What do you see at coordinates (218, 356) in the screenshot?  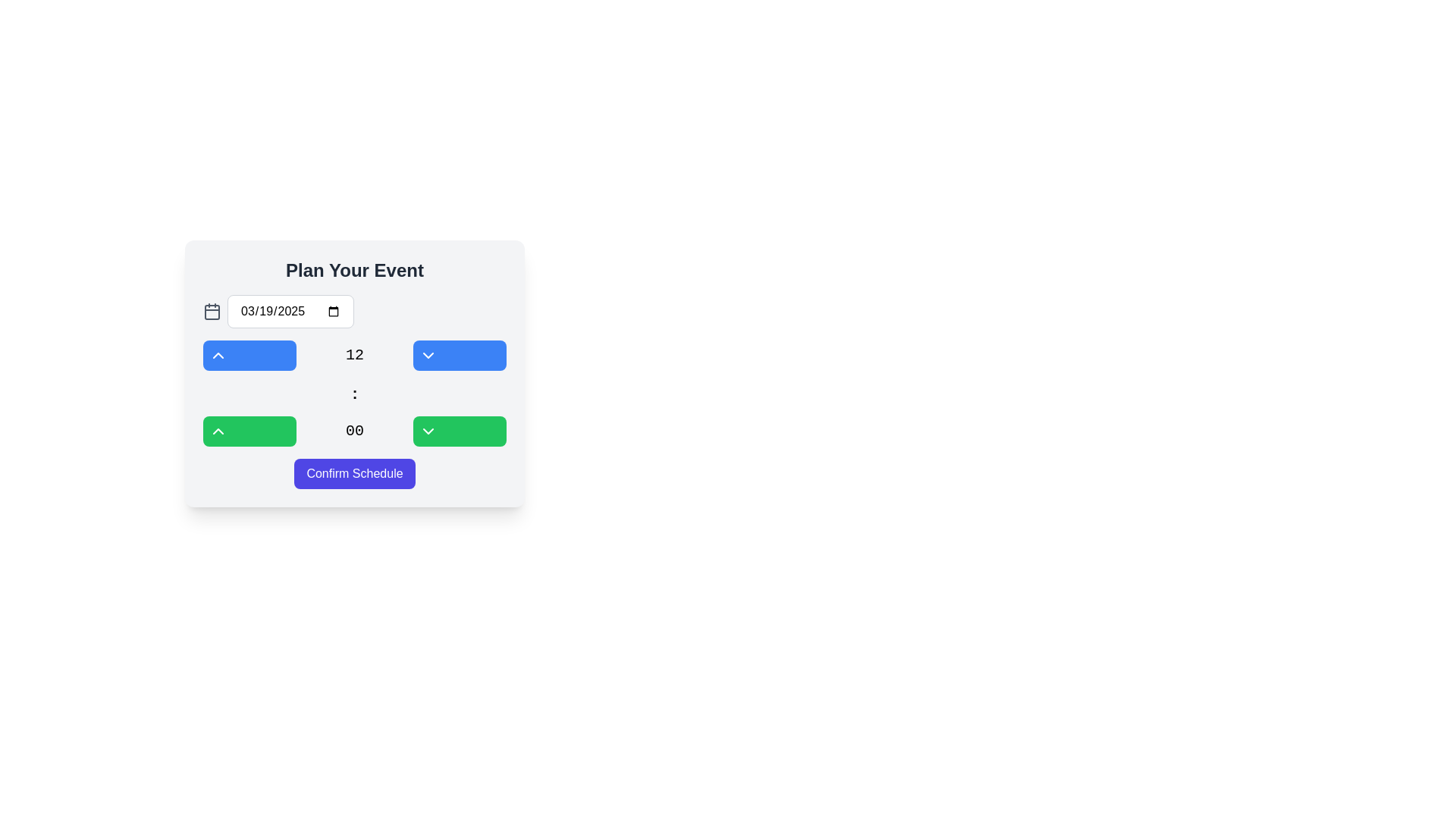 I see `the chevron arrow icon which is an up-button for navigating or incrementing values, located within a blue rectangular button on the left part of the interface` at bounding box center [218, 356].